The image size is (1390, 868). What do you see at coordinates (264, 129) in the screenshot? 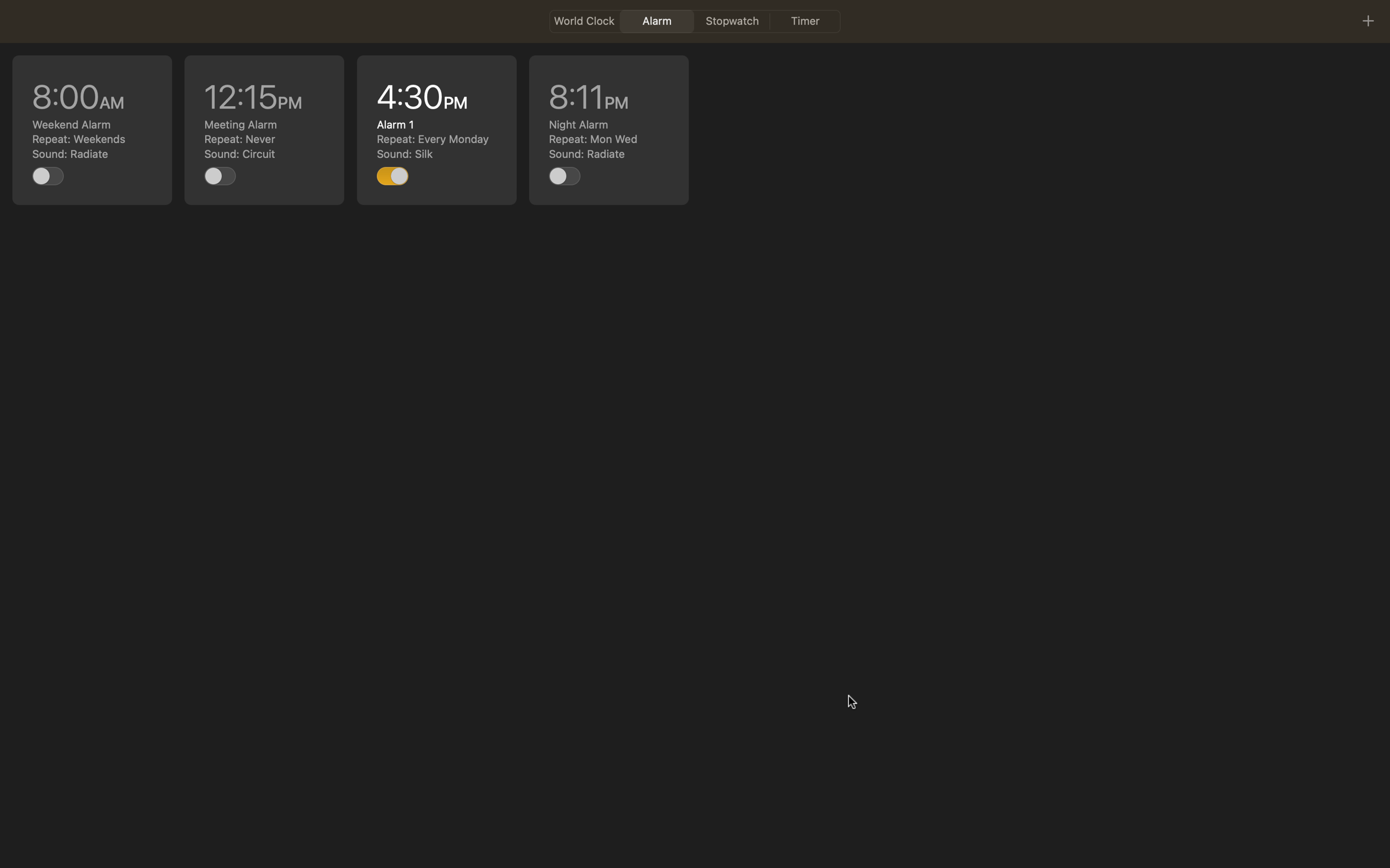
I see `the 12pm alarm` at bounding box center [264, 129].